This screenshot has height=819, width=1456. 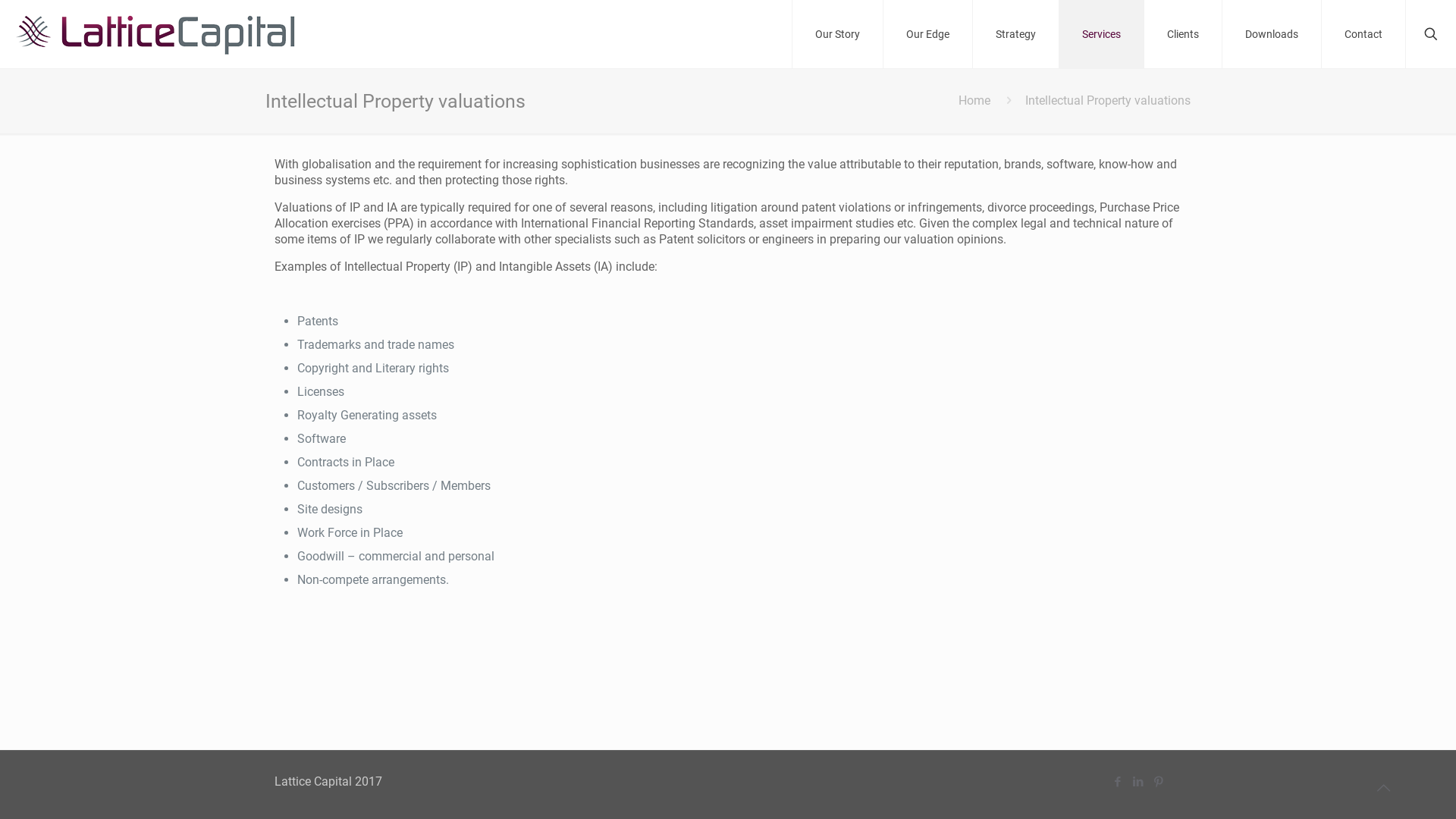 What do you see at coordinates (1129, 781) in the screenshot?
I see `'LinkedIn'` at bounding box center [1129, 781].